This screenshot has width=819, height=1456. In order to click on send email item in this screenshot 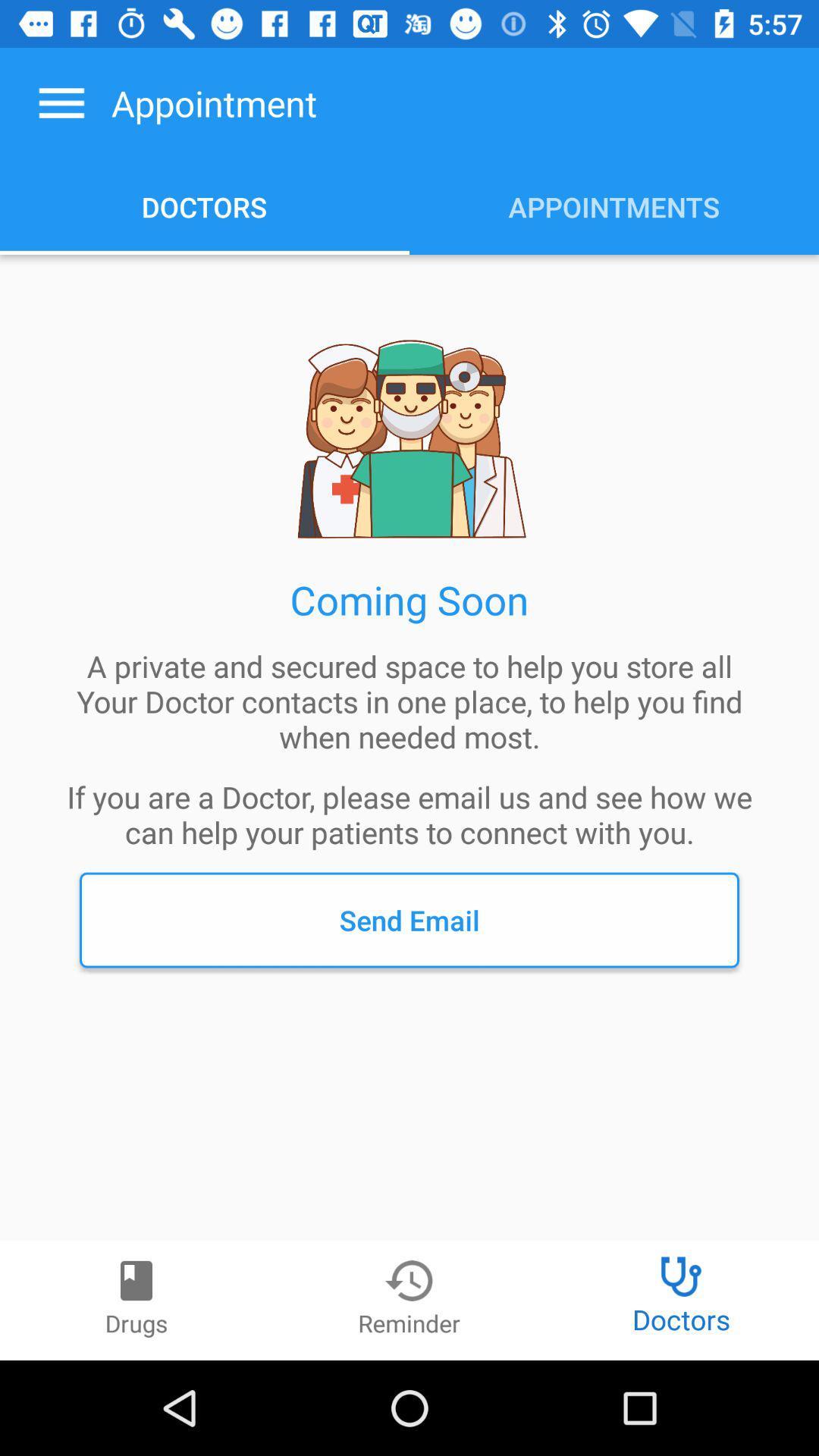, I will do `click(409, 919)`.